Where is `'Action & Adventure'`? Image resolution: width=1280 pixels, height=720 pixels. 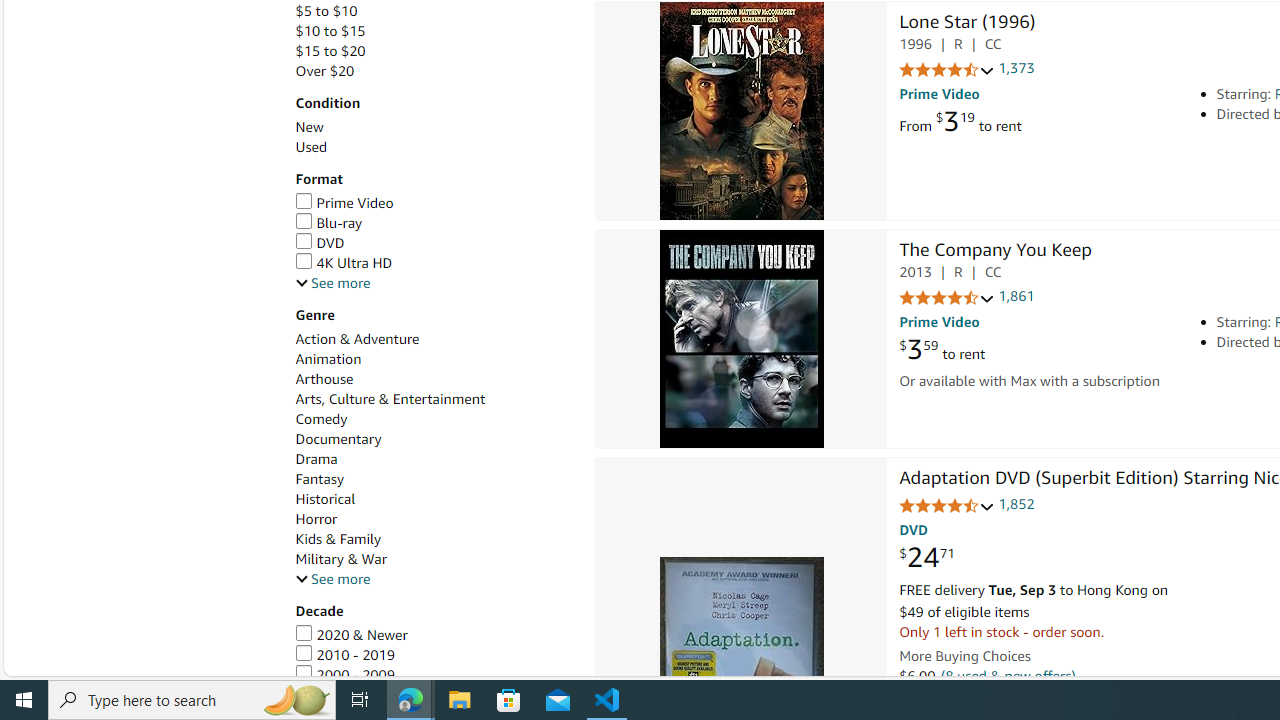
'Action & Adventure' is located at coordinates (433, 338).